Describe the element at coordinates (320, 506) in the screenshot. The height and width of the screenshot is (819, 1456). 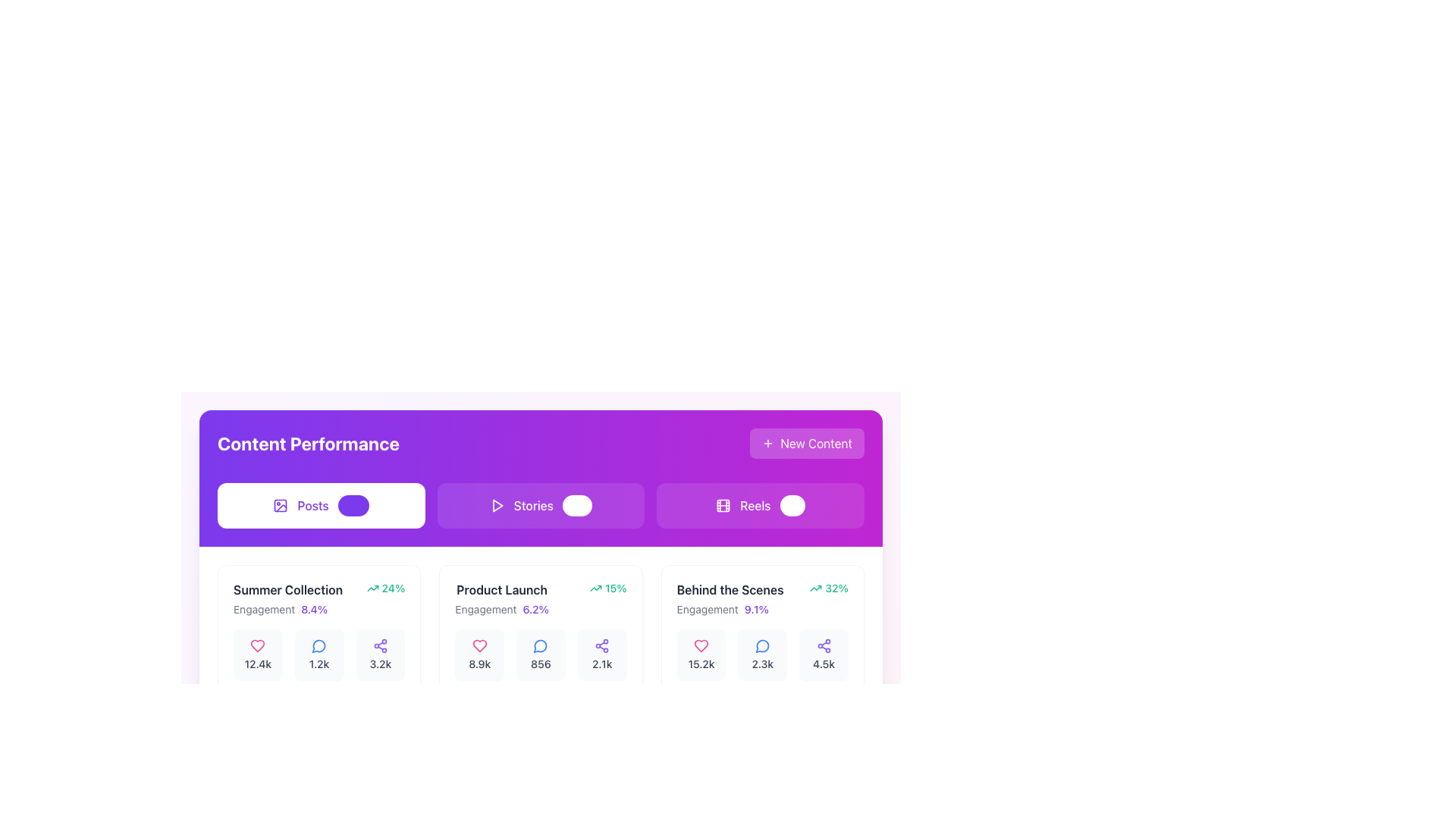
I see `the first button in the three-button group on the purple panel to filter or display posts` at that location.